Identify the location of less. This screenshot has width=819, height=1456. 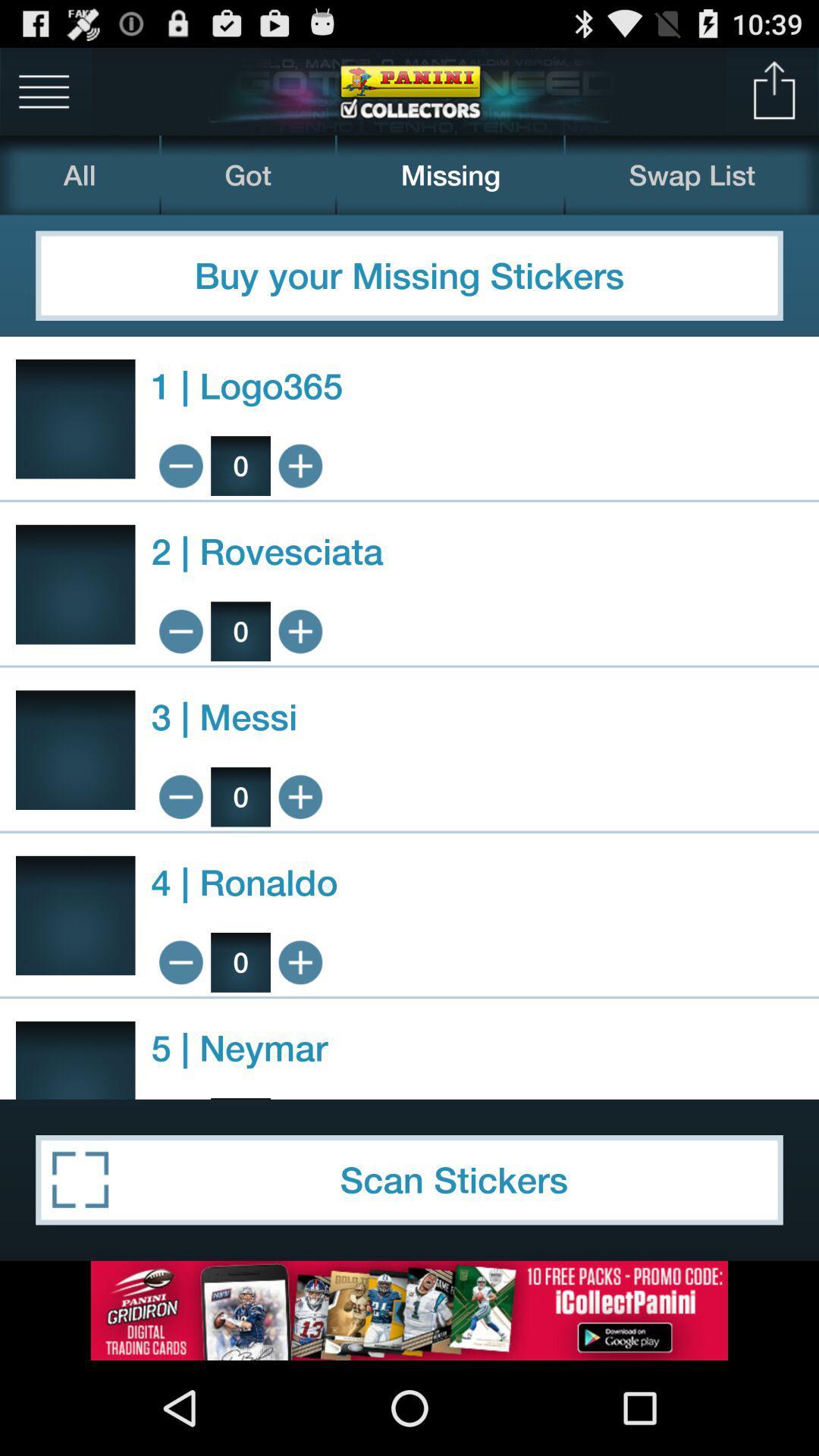
(180, 796).